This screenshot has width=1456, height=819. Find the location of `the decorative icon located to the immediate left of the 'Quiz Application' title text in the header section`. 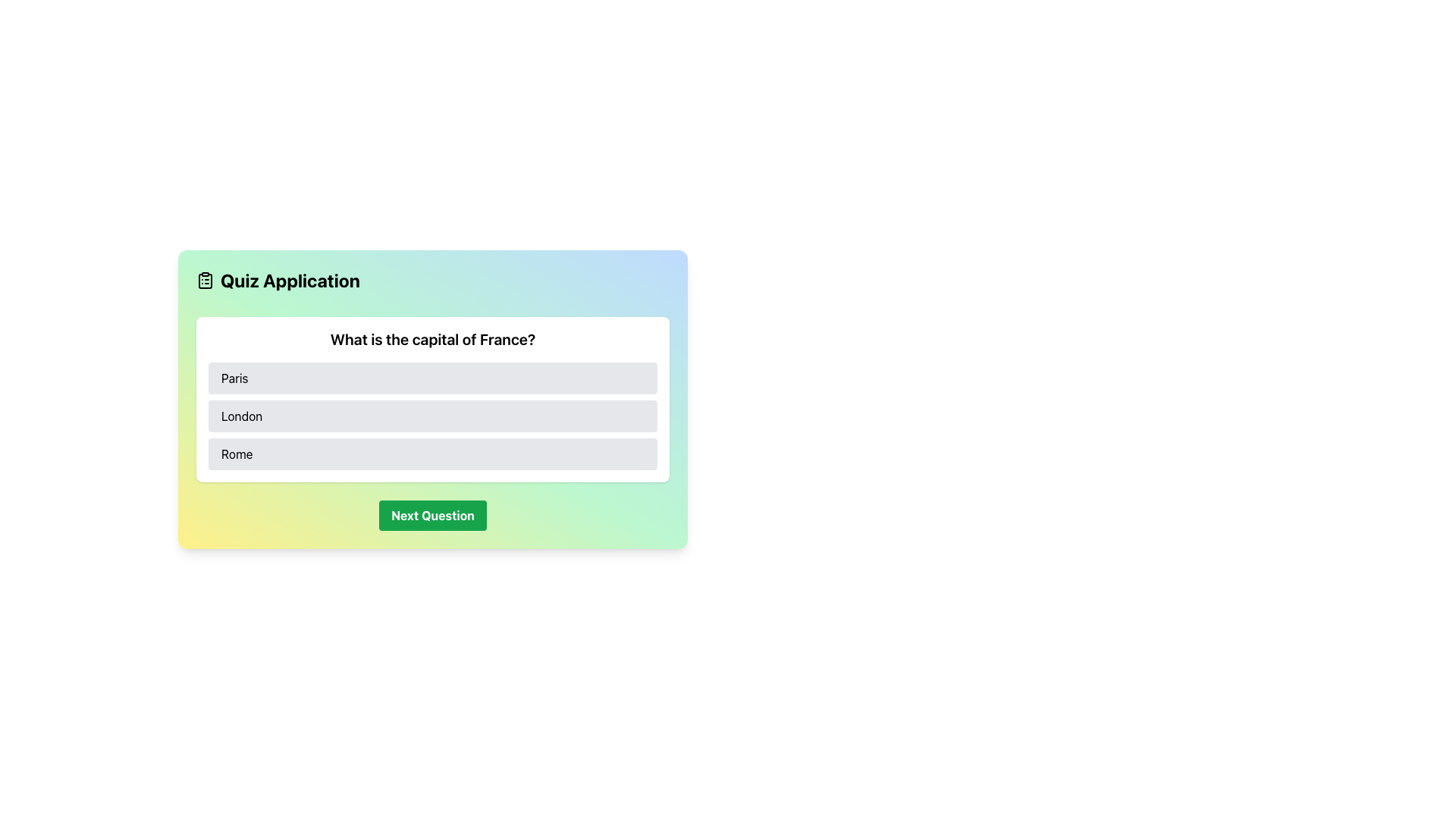

the decorative icon located to the immediate left of the 'Quiz Application' title text in the header section is located at coordinates (204, 281).